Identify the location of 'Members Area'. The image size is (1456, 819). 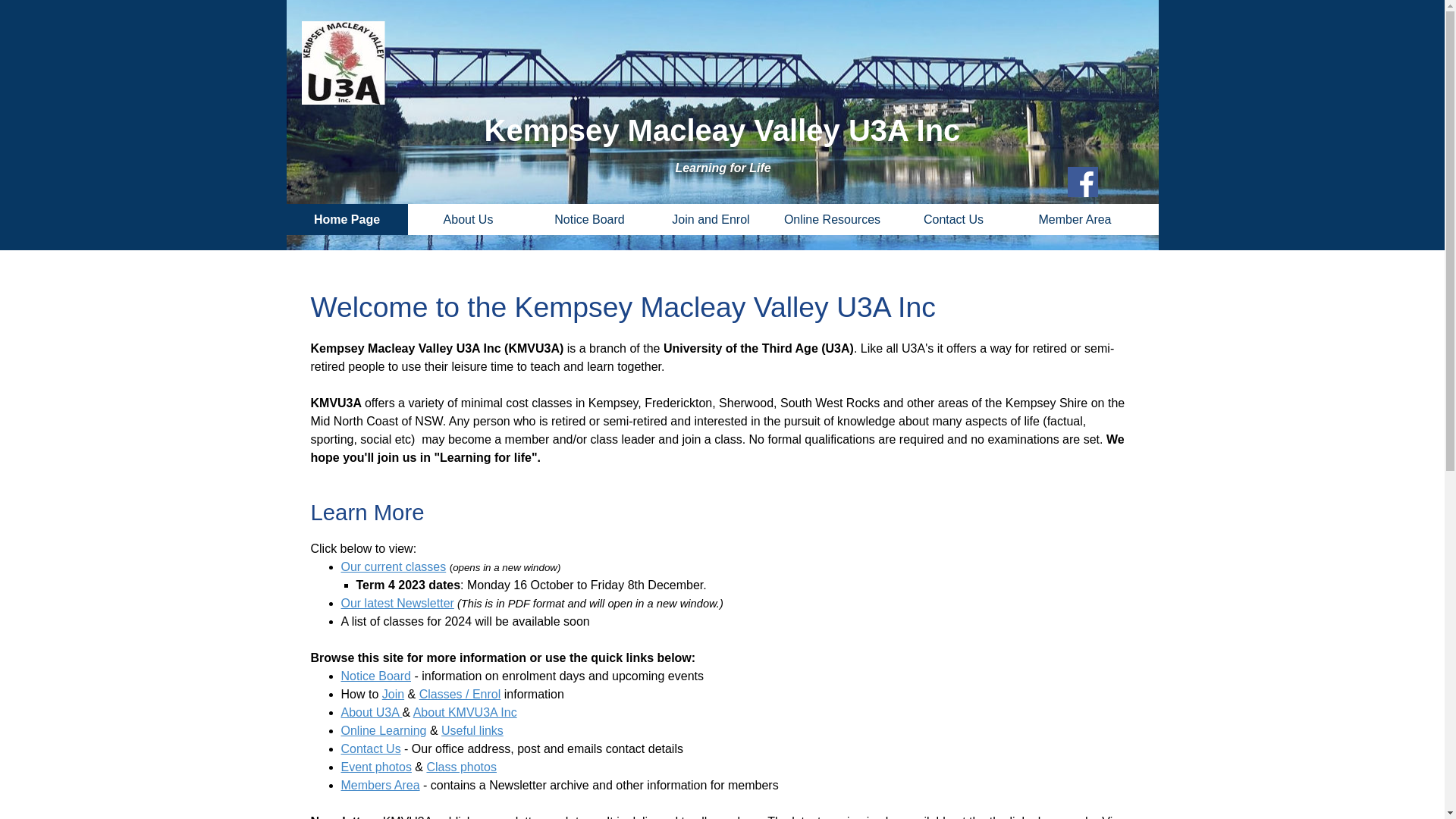
(381, 785).